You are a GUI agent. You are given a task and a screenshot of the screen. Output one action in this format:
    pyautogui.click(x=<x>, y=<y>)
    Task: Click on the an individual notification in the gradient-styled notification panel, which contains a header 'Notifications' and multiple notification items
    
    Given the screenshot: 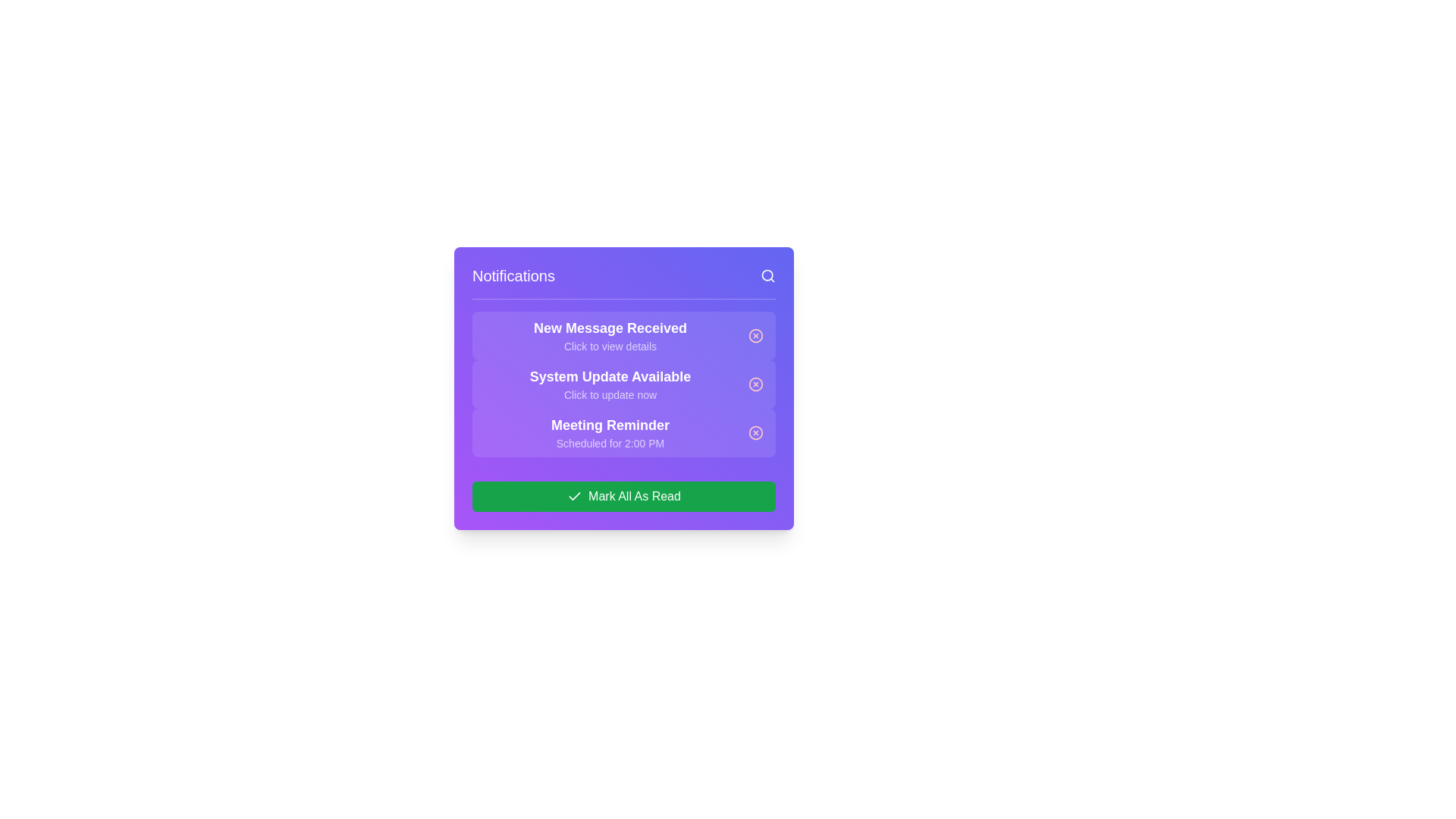 What is the action you would take?
    pyautogui.click(x=623, y=388)
    